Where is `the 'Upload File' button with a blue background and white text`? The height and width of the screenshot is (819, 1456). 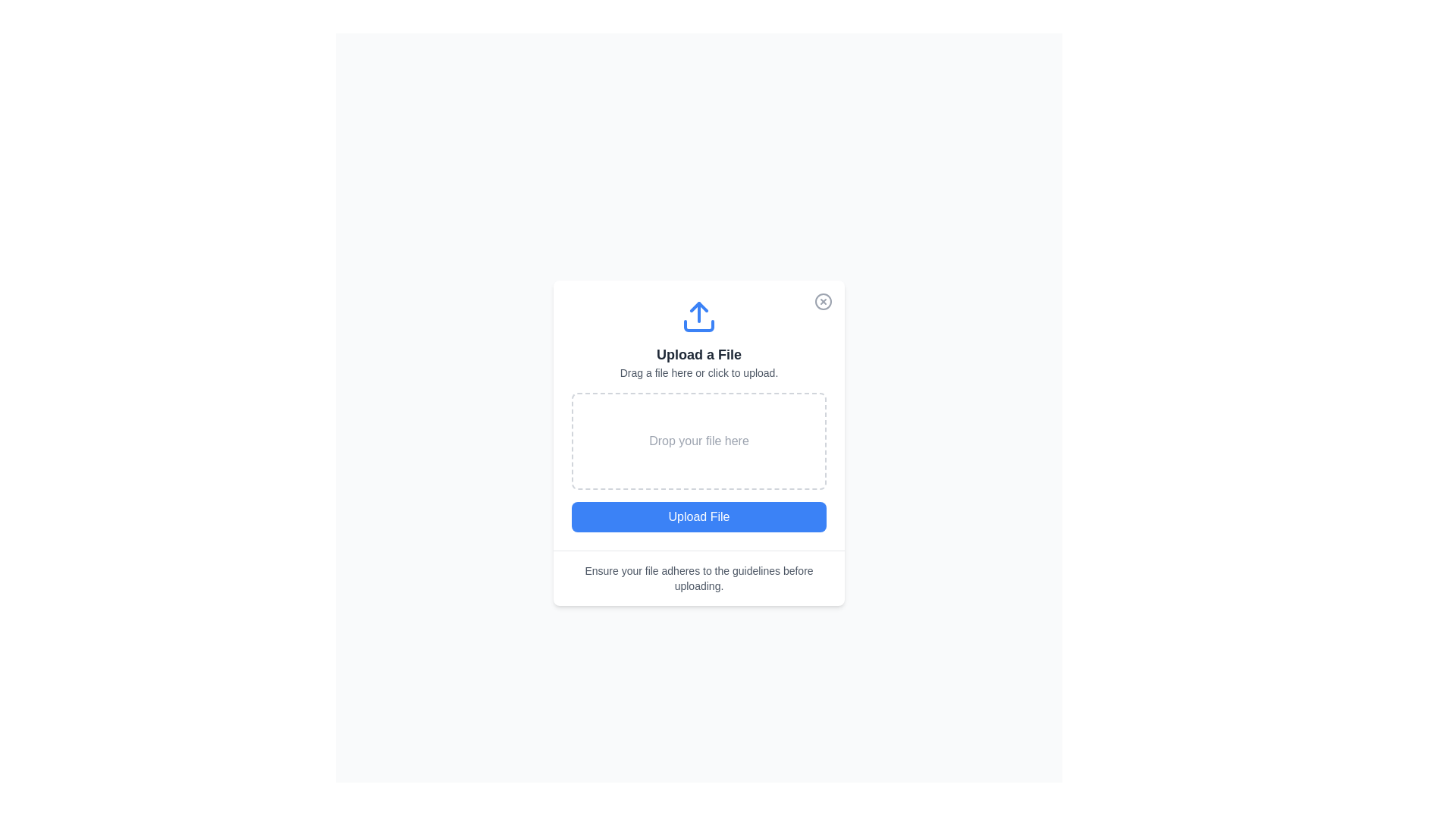
the 'Upload File' button with a blue background and white text is located at coordinates (698, 516).